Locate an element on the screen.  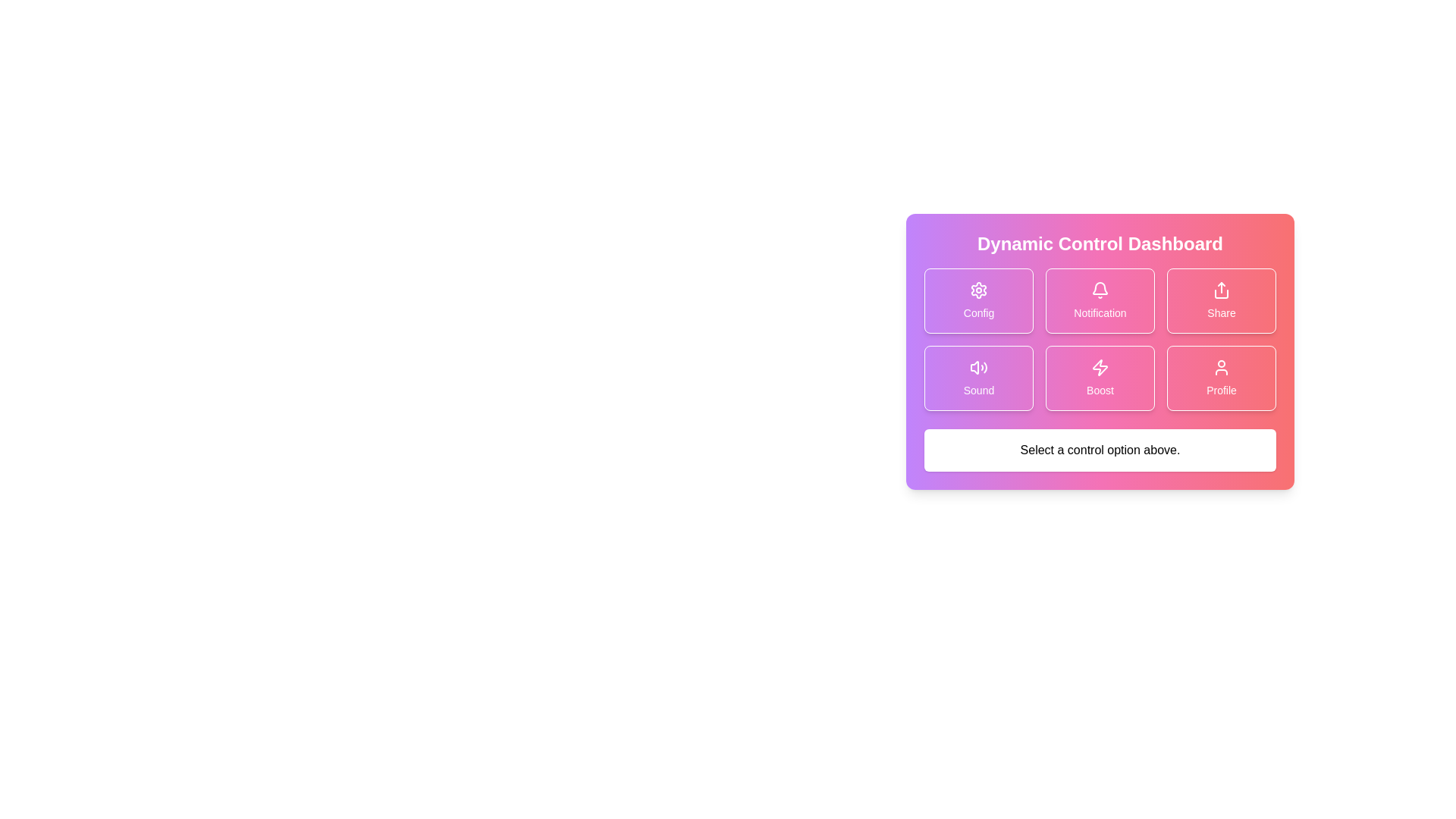
the text label displaying 'Notification' in white color, located below the notification bell icon on the card in the top-right quadrant of the central control dashboard is located at coordinates (1100, 312).